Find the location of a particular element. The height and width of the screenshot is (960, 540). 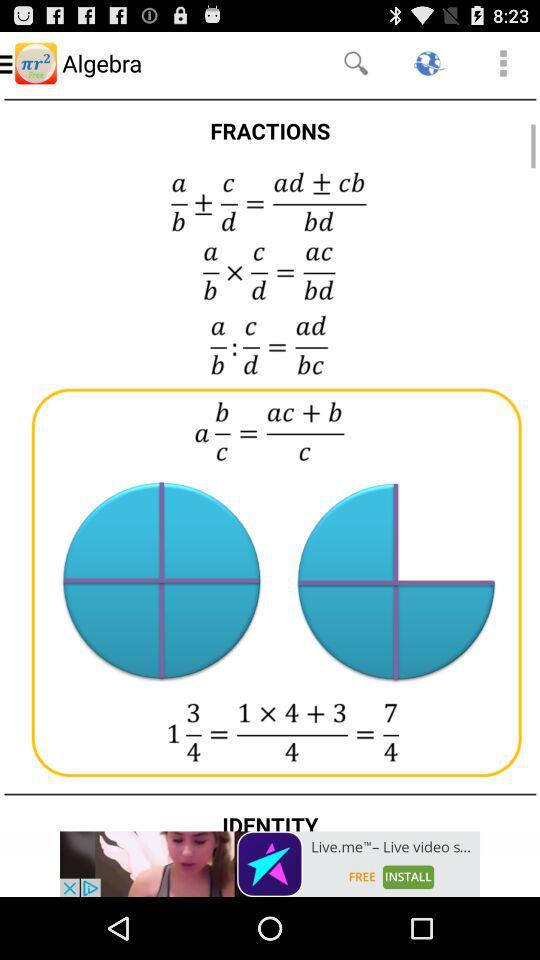

math problem display is located at coordinates (270, 462).